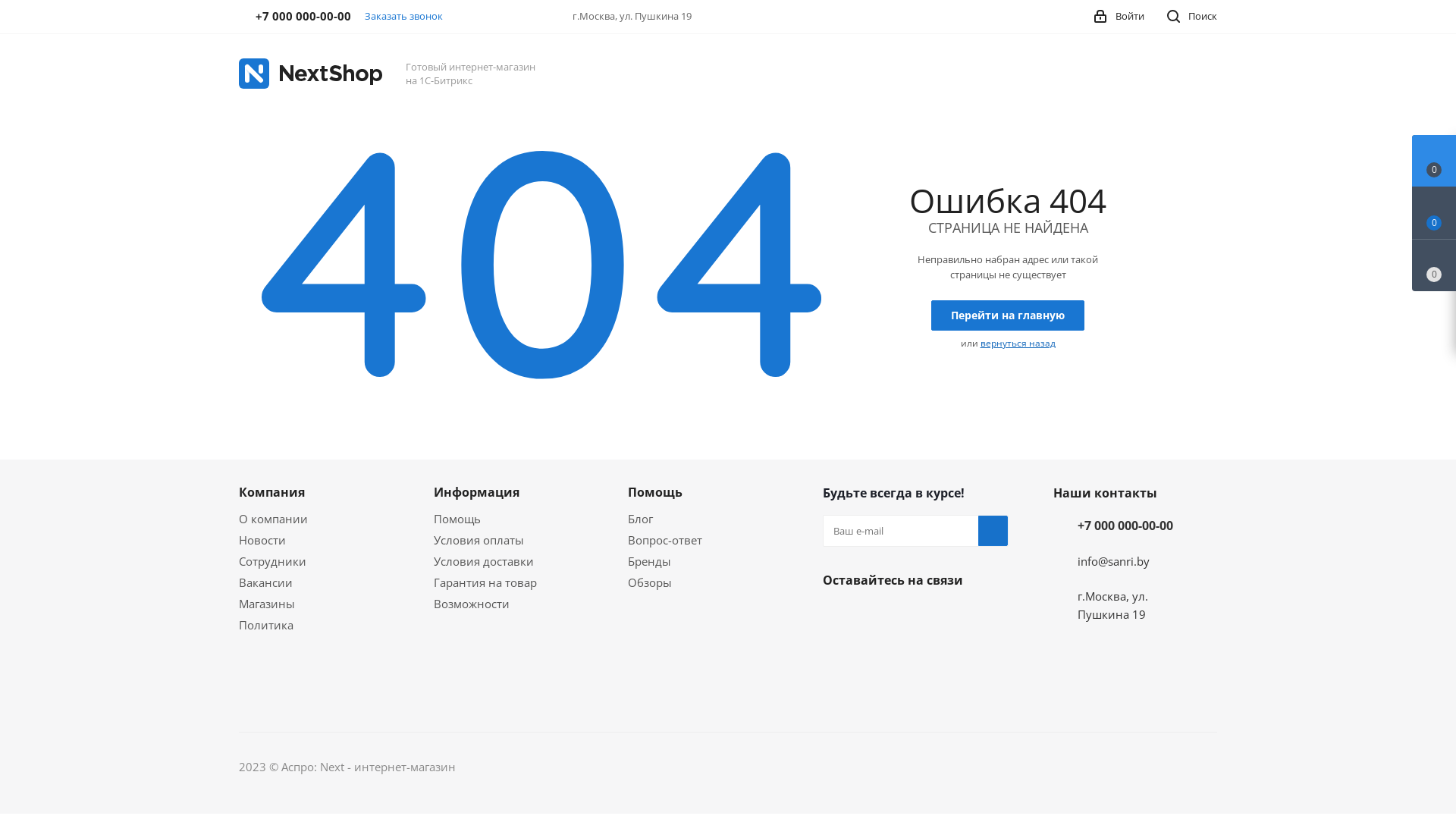 The height and width of the screenshot is (819, 1456). I want to click on 'MasterCard', so click(990, 767).